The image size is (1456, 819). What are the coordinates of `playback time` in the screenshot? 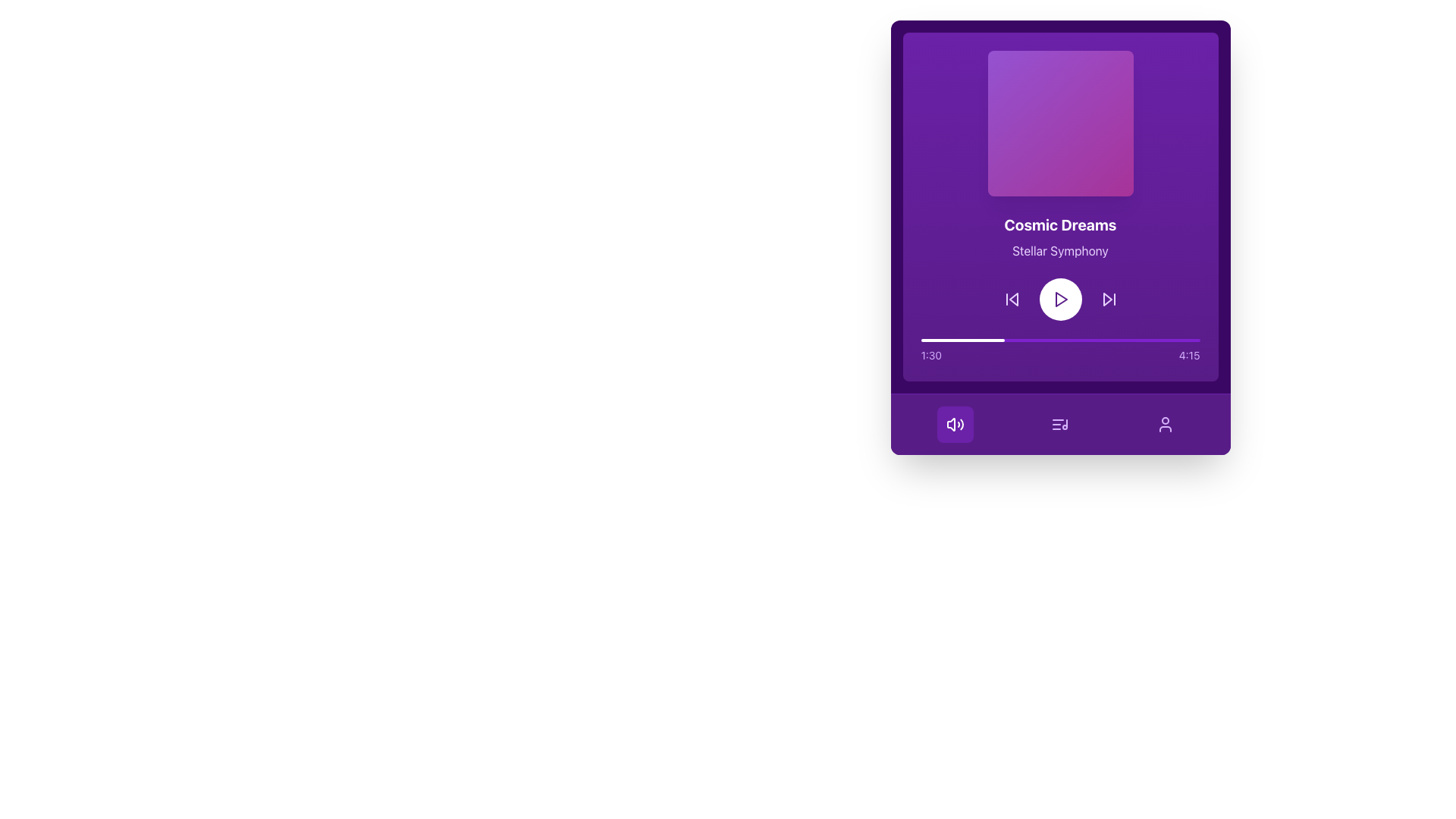 It's located at (920, 339).